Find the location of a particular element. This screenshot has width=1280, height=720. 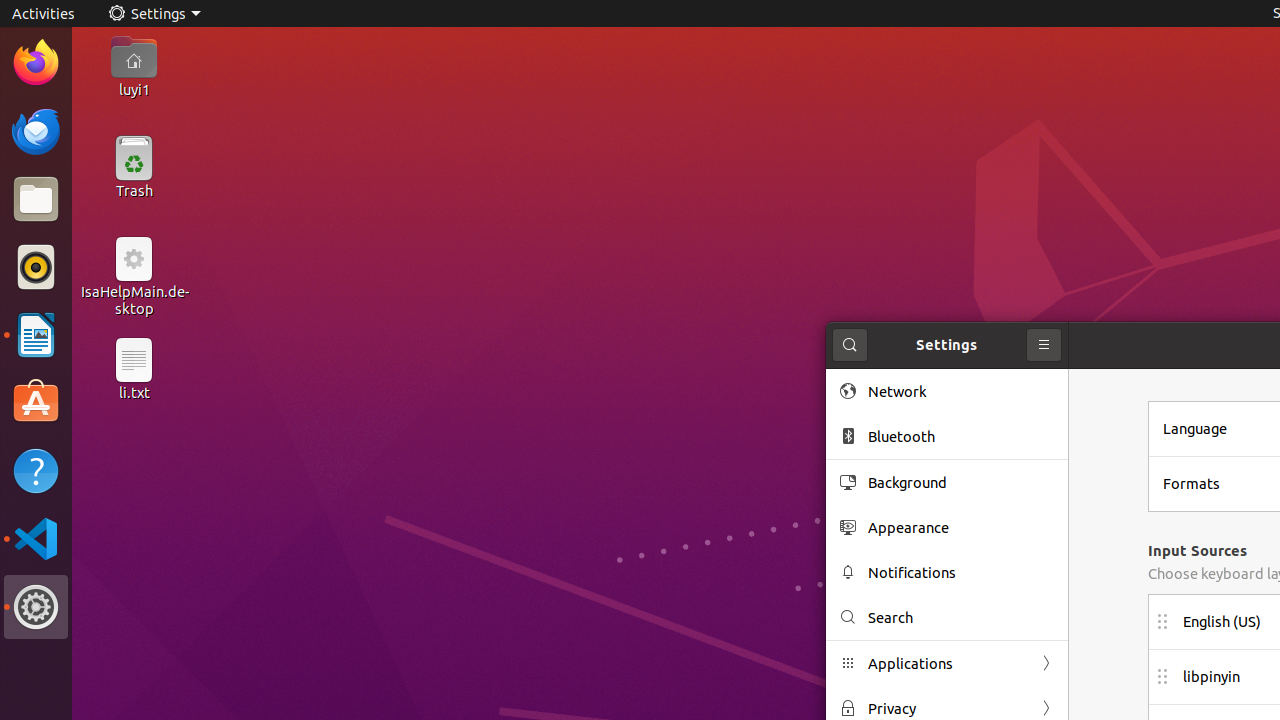

'Primary Menu' is located at coordinates (1042, 344).